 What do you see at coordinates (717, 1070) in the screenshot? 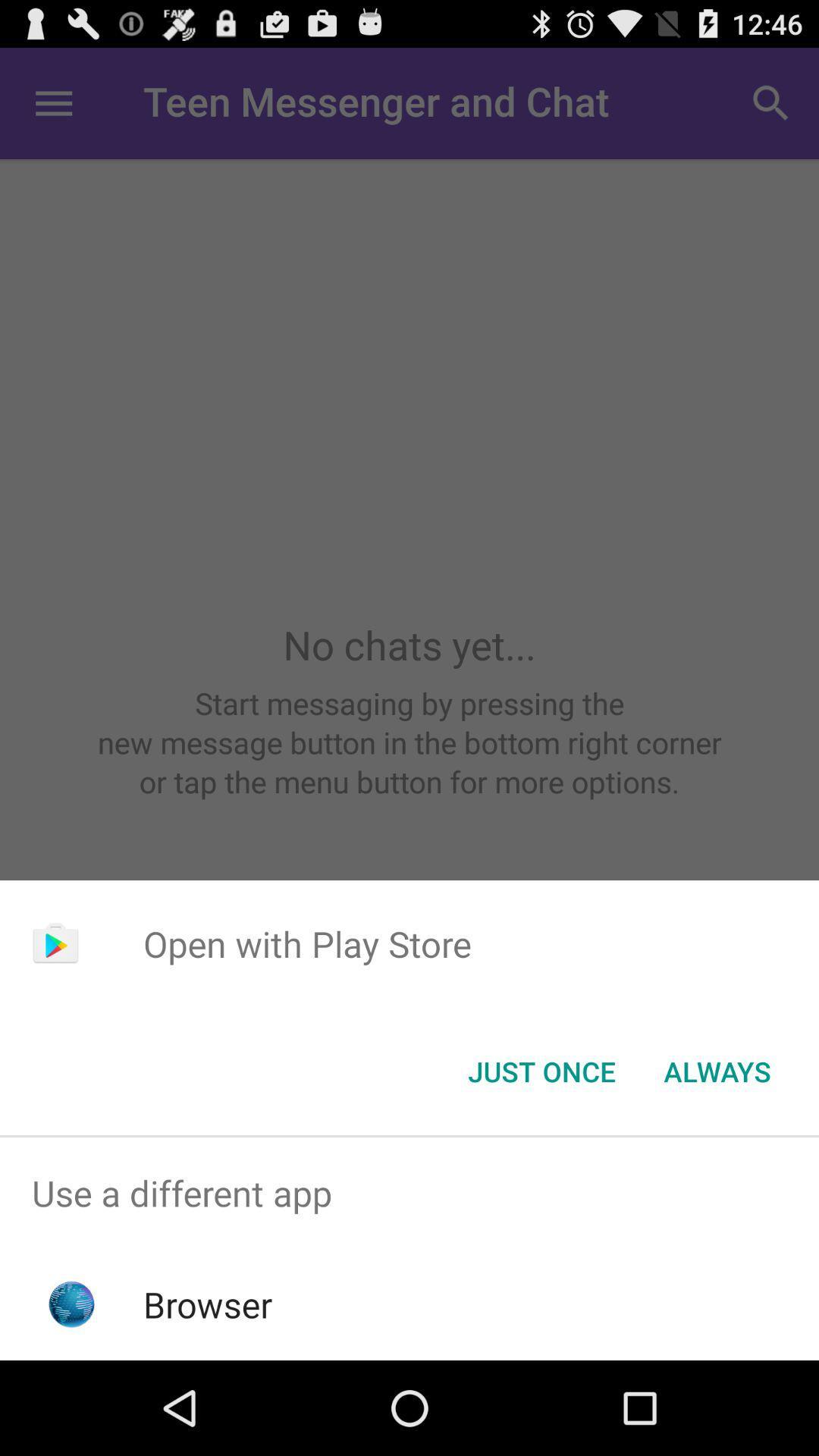
I see `button to the right of the just once icon` at bounding box center [717, 1070].